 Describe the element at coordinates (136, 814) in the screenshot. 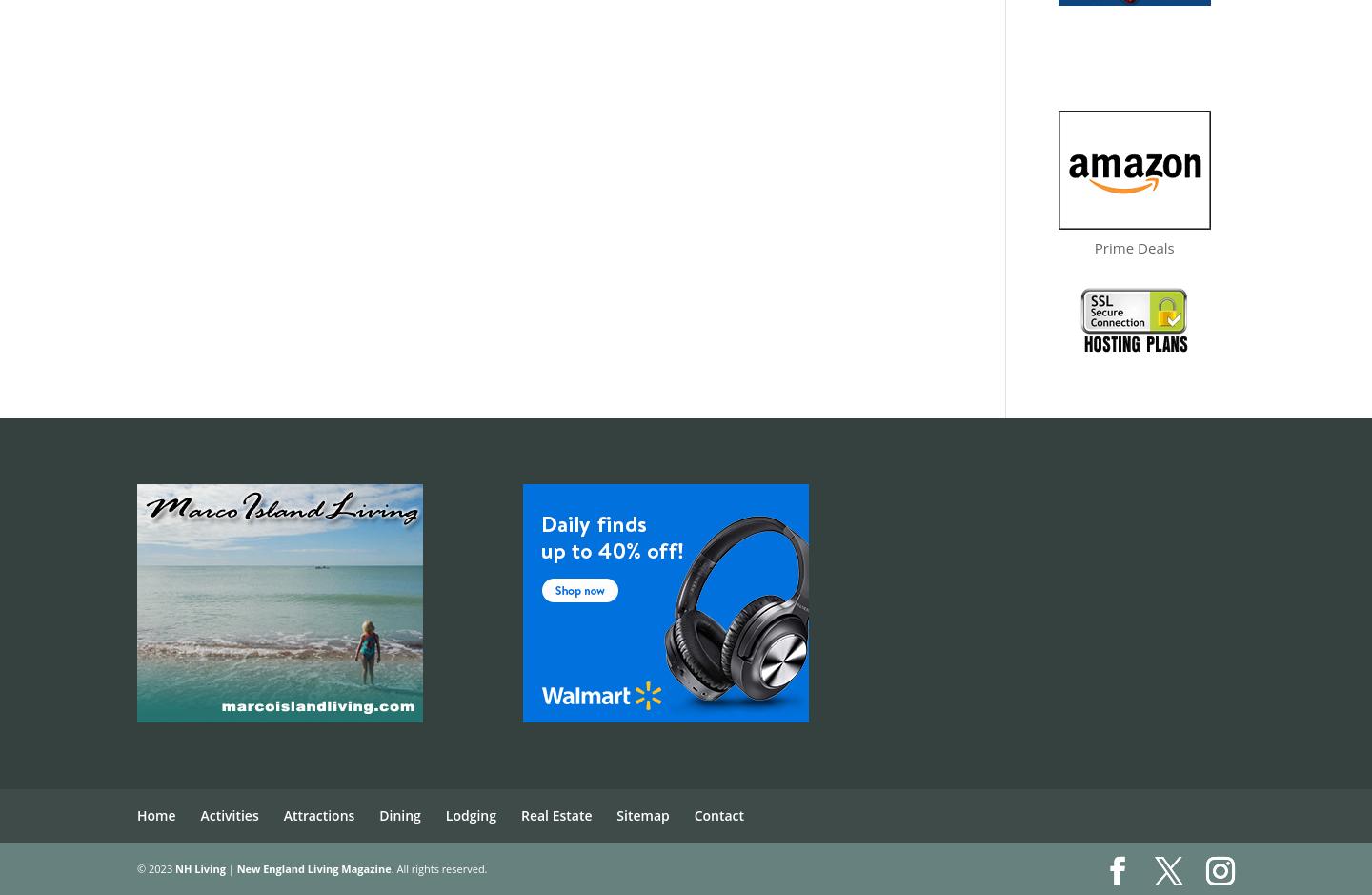

I see `'Home'` at that location.